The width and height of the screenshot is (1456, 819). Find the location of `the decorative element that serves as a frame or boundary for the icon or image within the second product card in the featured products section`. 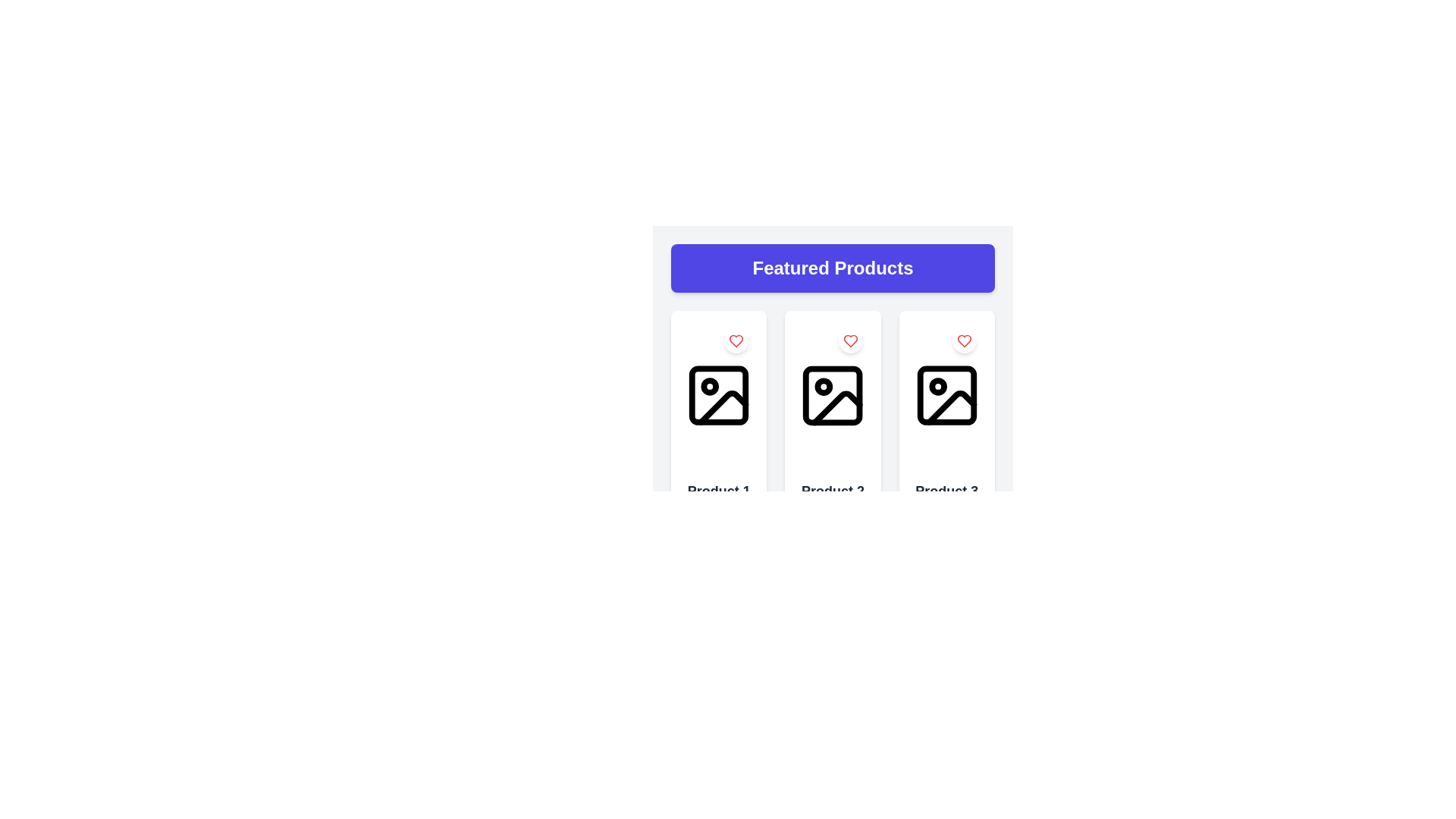

the decorative element that serves as a frame or boundary for the icon or image within the second product card in the featured products section is located at coordinates (832, 394).